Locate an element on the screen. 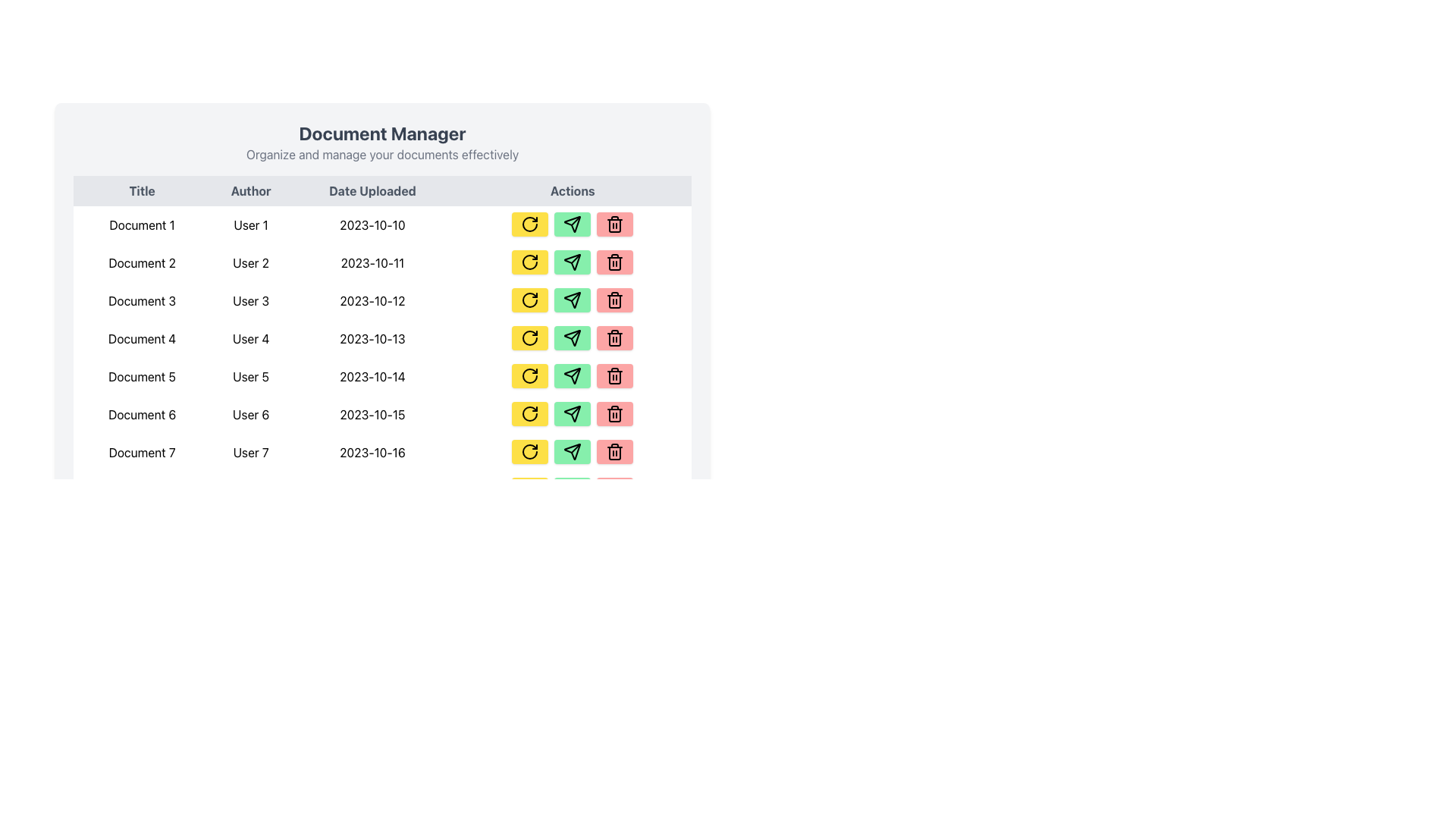 The width and height of the screenshot is (1456, 819). the arrow-shaped icon in the 'Actions' column corresponding to 'Document 7' is located at coordinates (572, 451).